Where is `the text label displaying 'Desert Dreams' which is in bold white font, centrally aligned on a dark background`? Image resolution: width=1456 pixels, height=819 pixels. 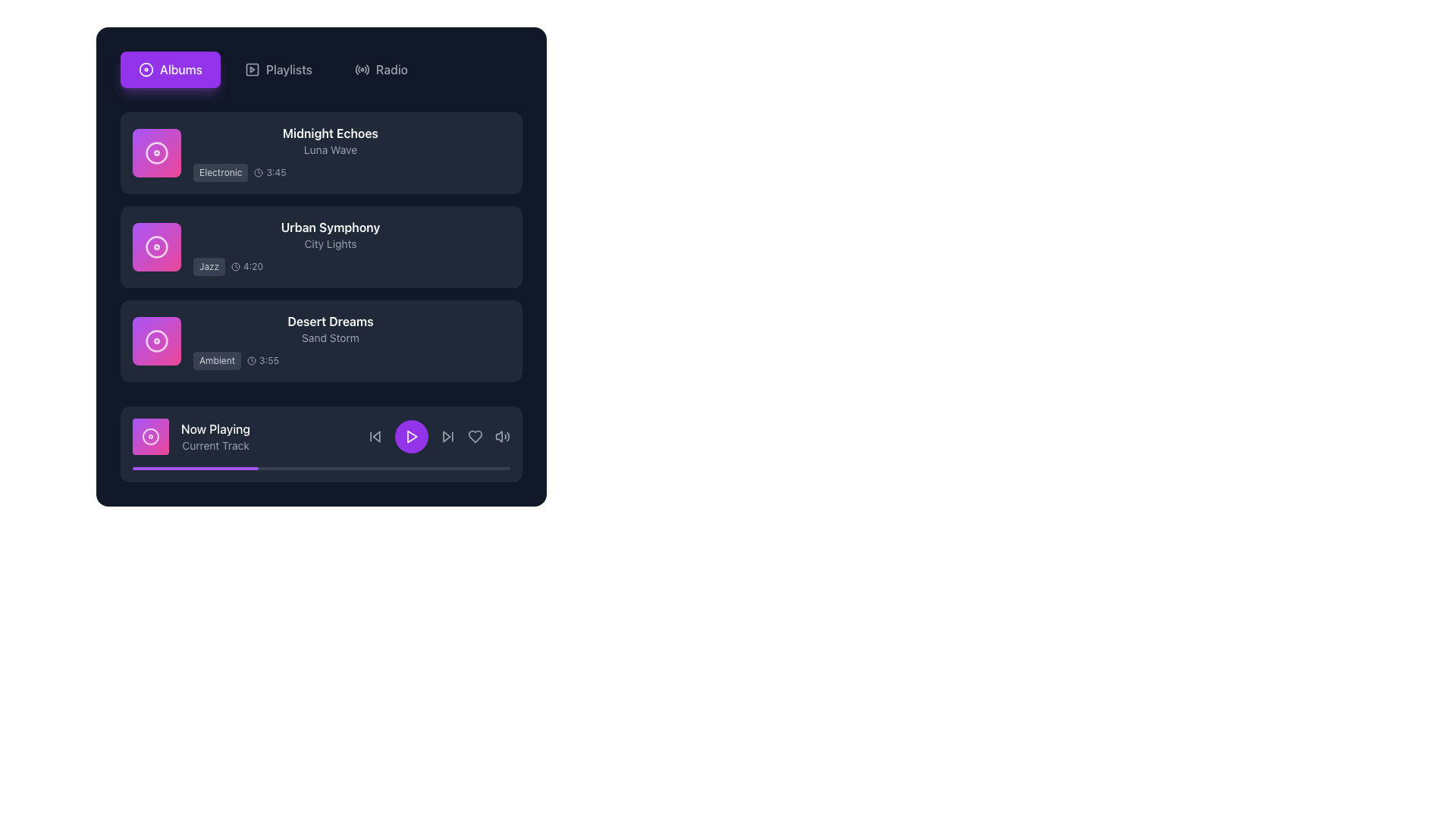
the text label displaying 'Desert Dreams' which is in bold white font, centrally aligned on a dark background is located at coordinates (330, 321).